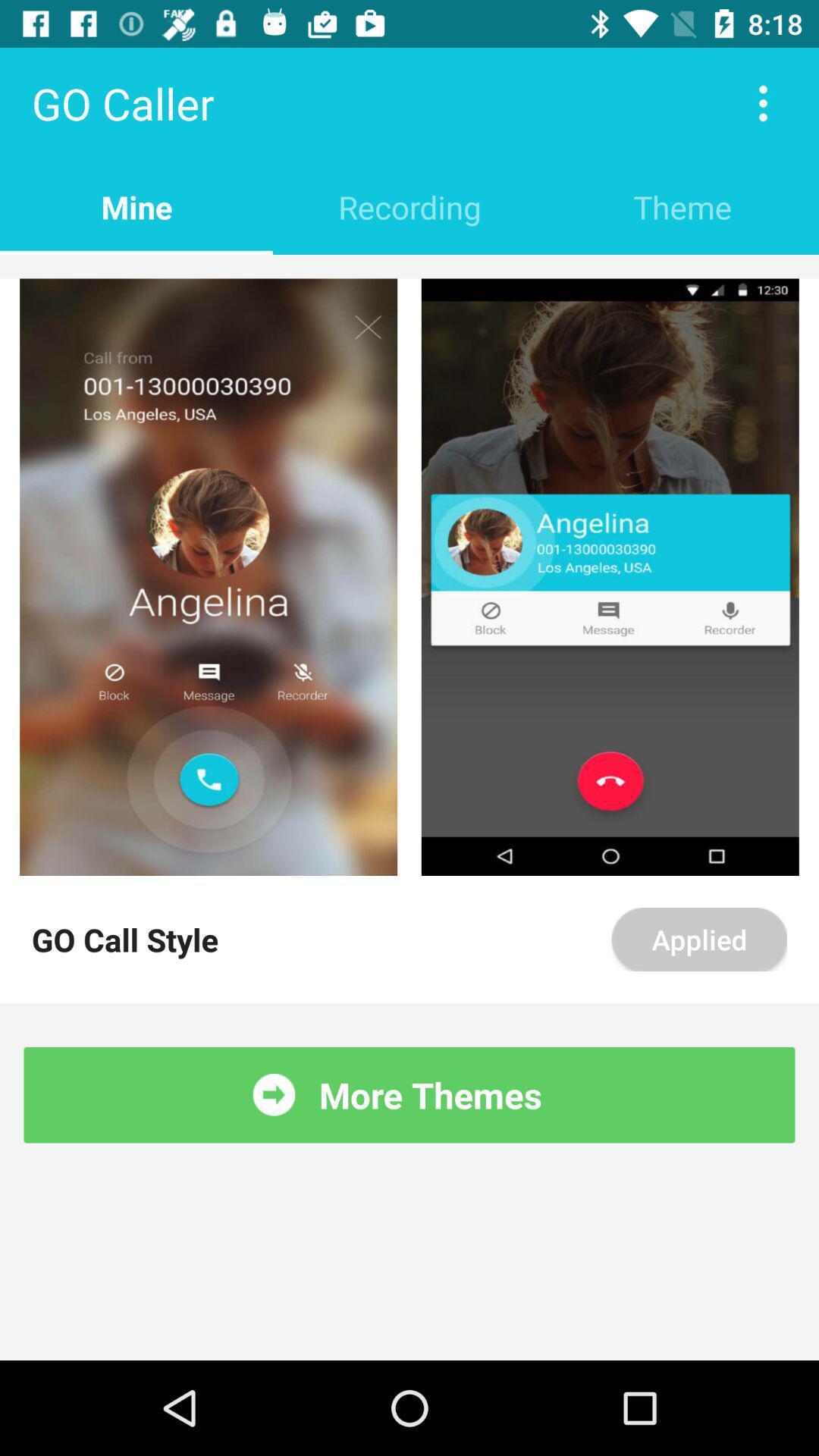 Image resolution: width=819 pixels, height=1456 pixels. I want to click on the item next to mine, so click(409, 206).